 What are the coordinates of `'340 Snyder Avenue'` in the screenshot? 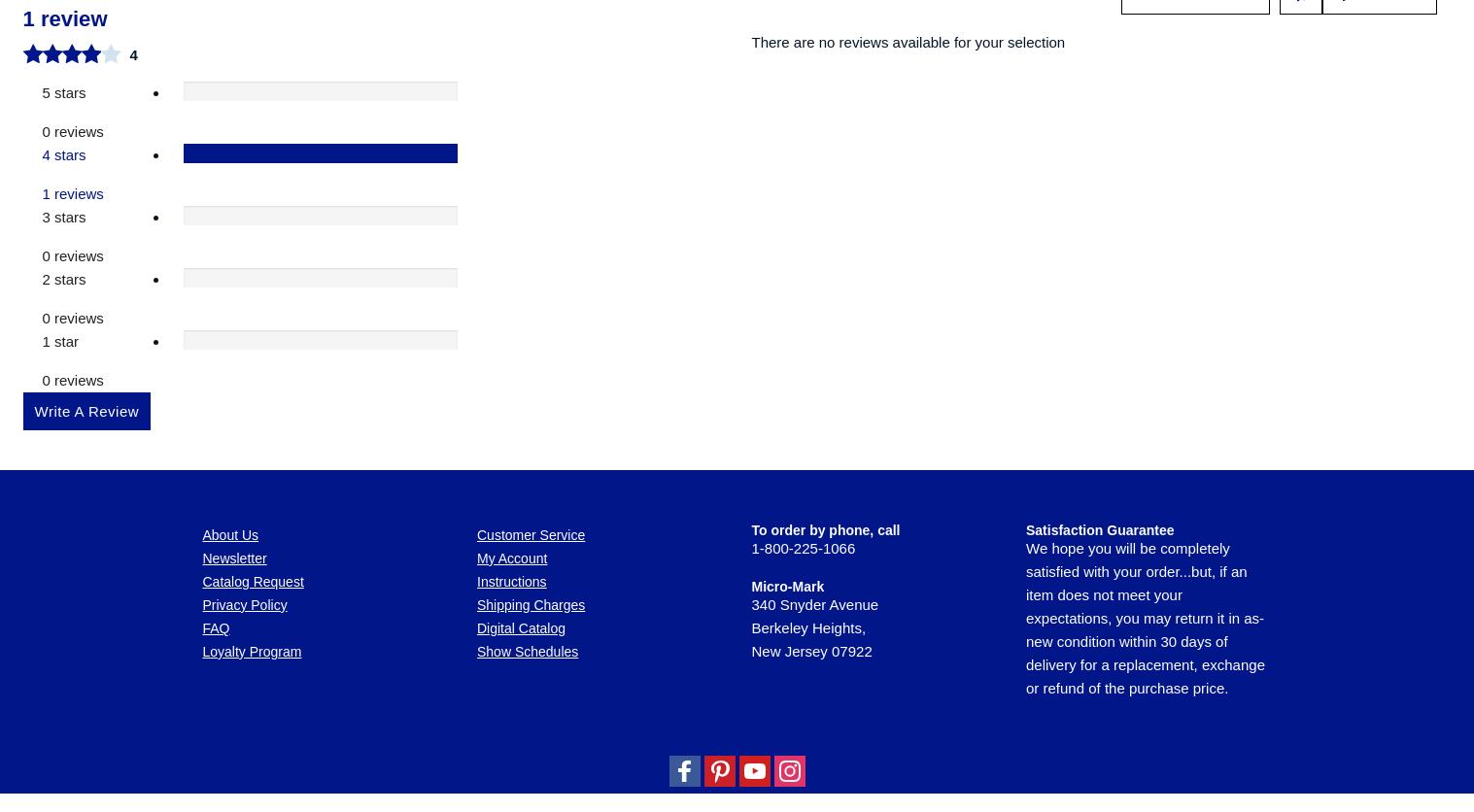 It's located at (814, 272).